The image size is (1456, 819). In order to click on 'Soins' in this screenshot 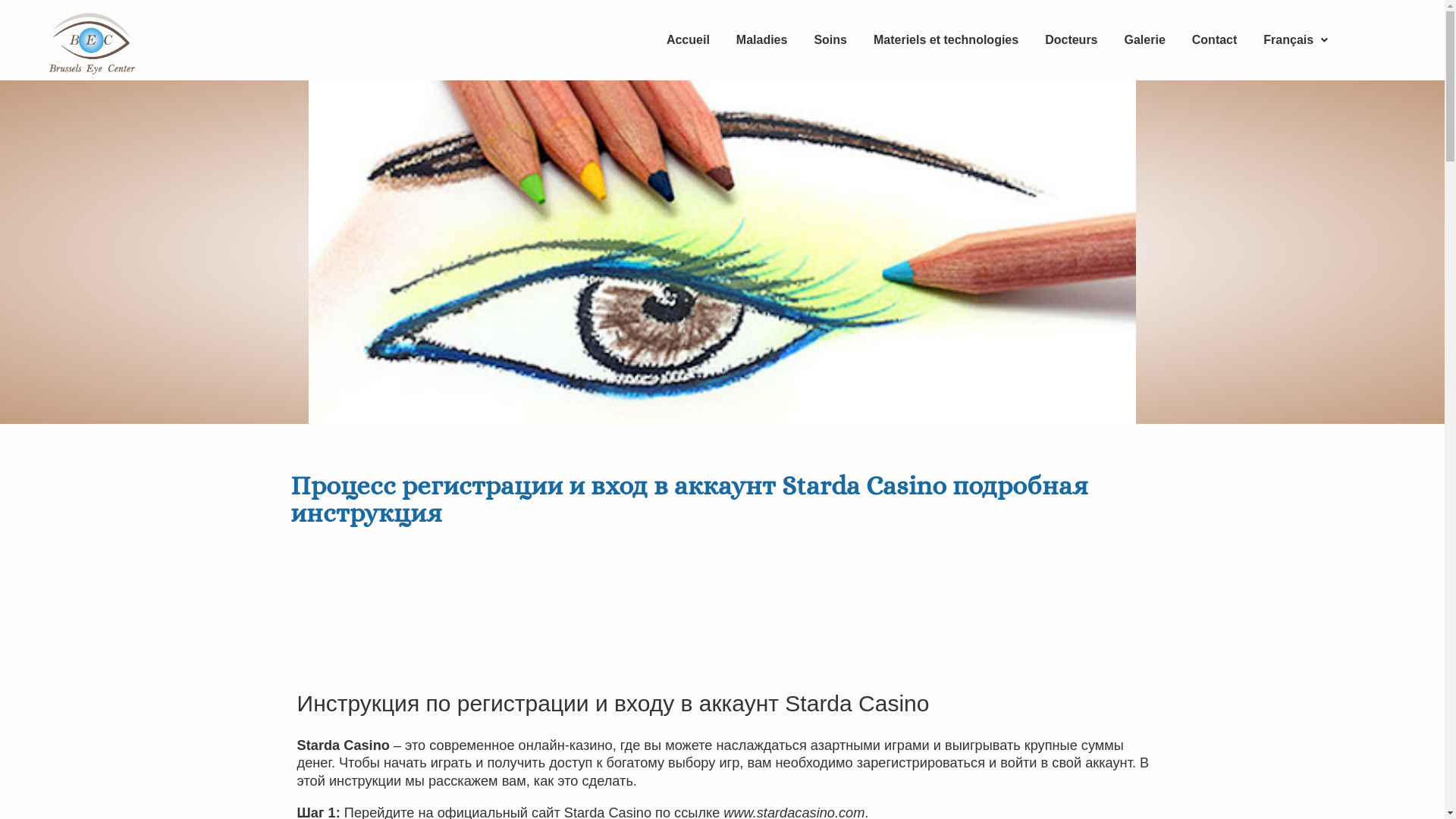, I will do `click(829, 39)`.